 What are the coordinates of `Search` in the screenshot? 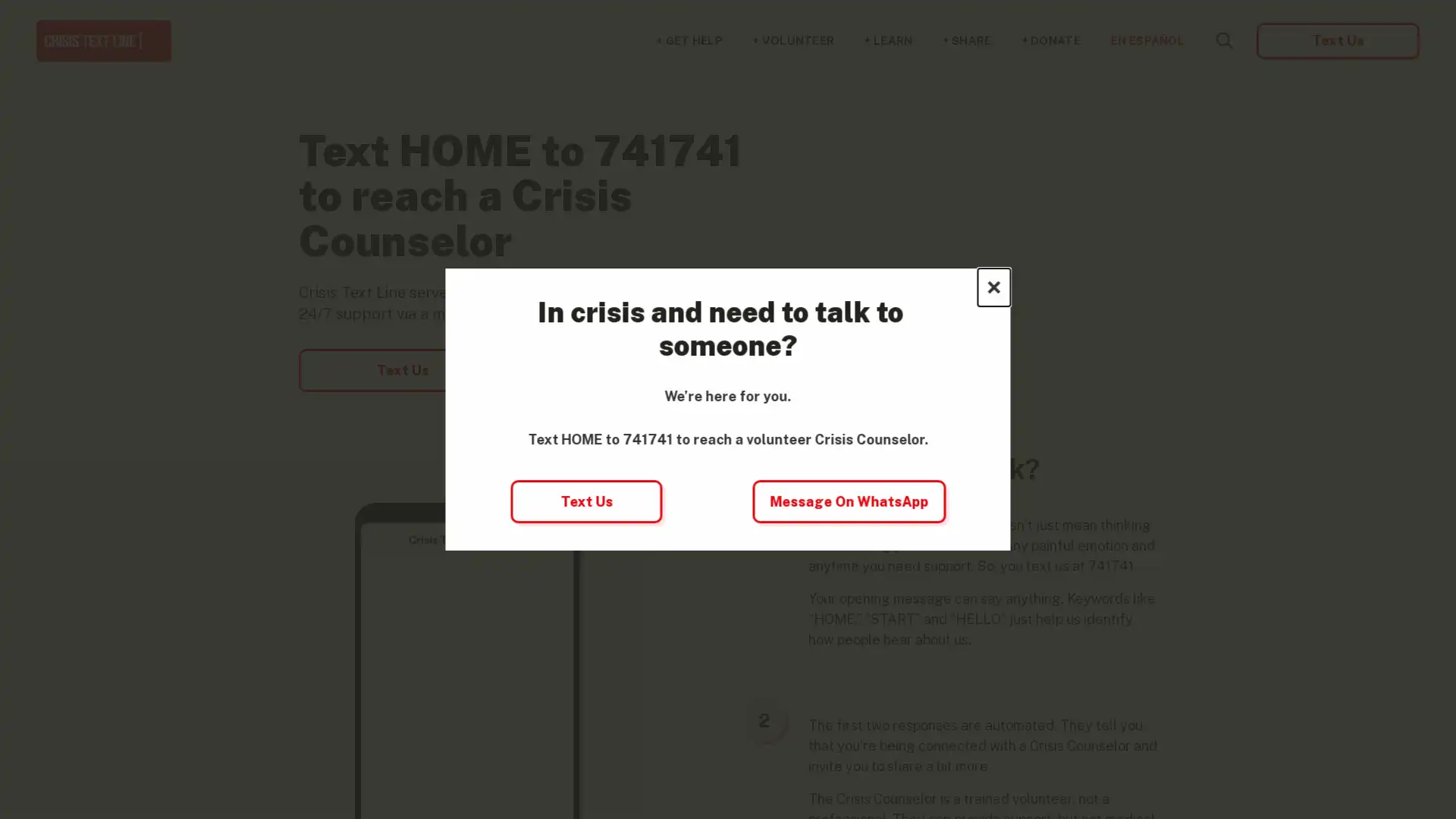 It's located at (1224, 40).